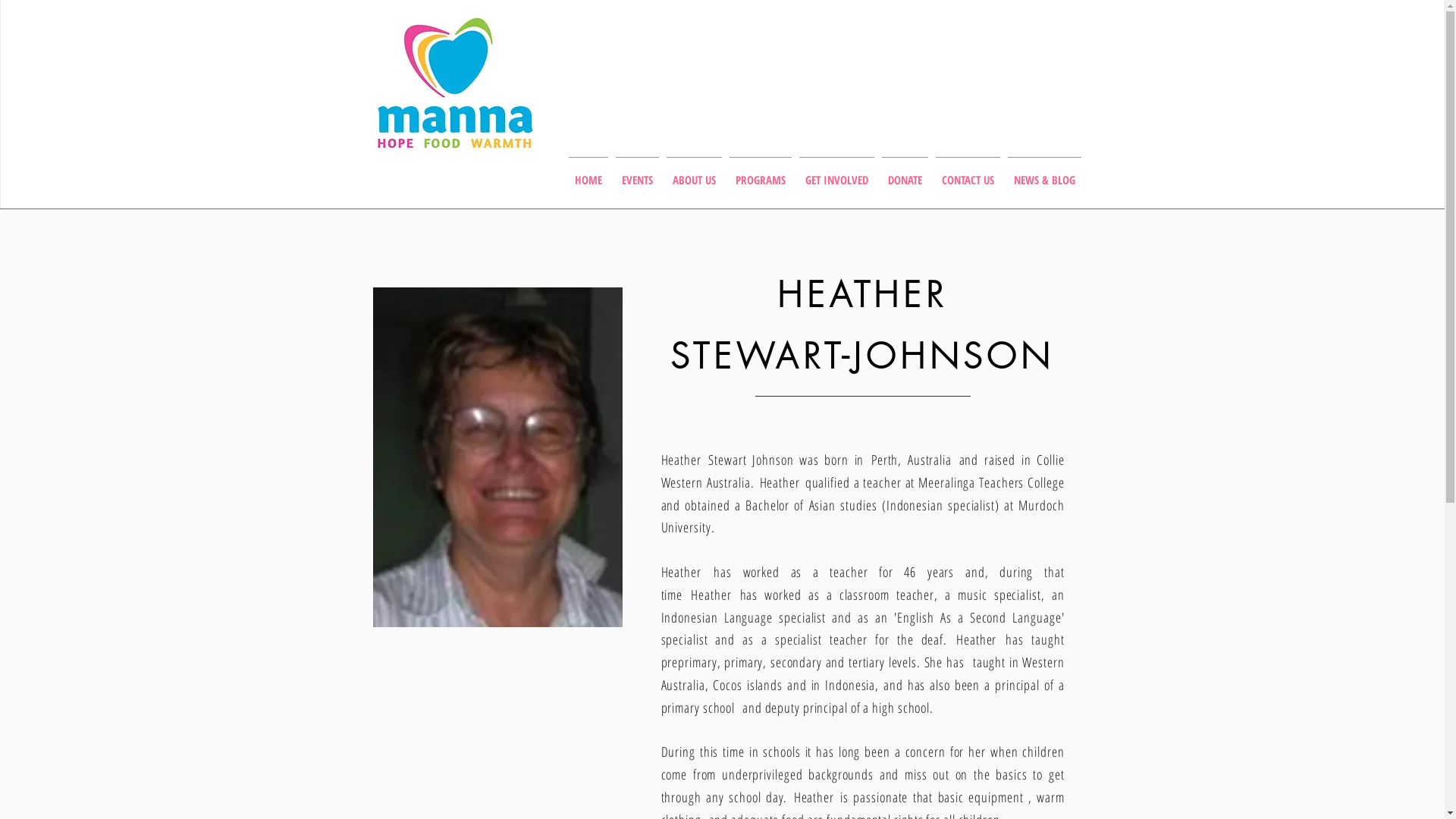 The height and width of the screenshot is (819, 1456). Describe the element at coordinates (966, 171) in the screenshot. I see `'CONTACT US'` at that location.